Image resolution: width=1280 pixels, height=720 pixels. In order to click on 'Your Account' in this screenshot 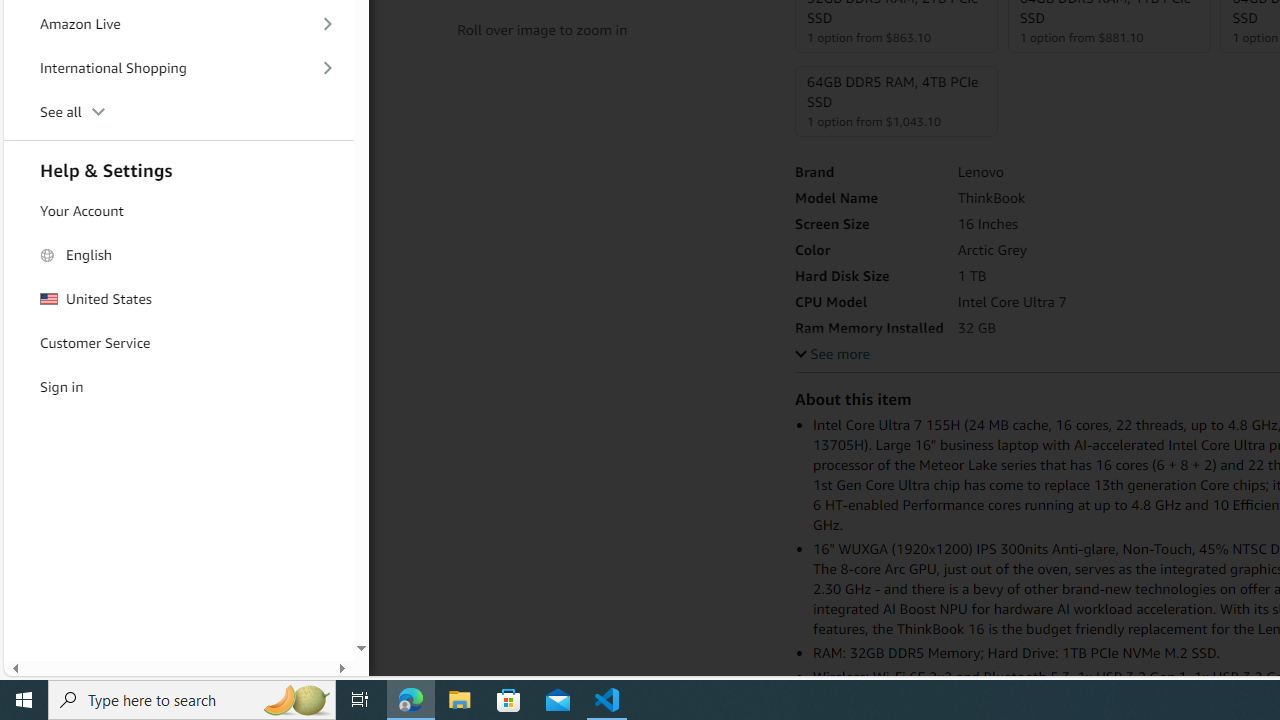, I will do `click(179, 210)`.